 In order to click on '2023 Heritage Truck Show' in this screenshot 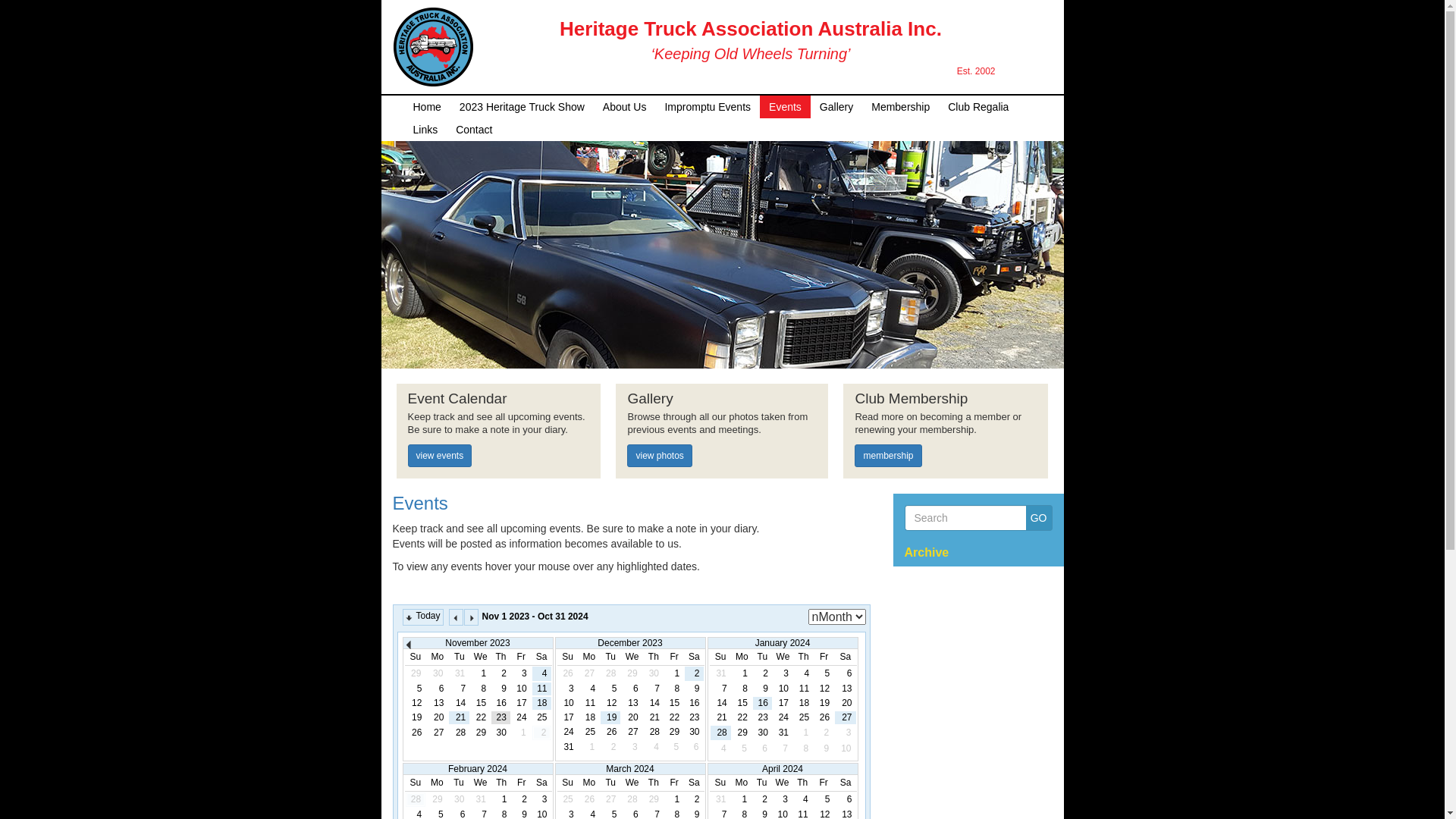, I will do `click(450, 106)`.